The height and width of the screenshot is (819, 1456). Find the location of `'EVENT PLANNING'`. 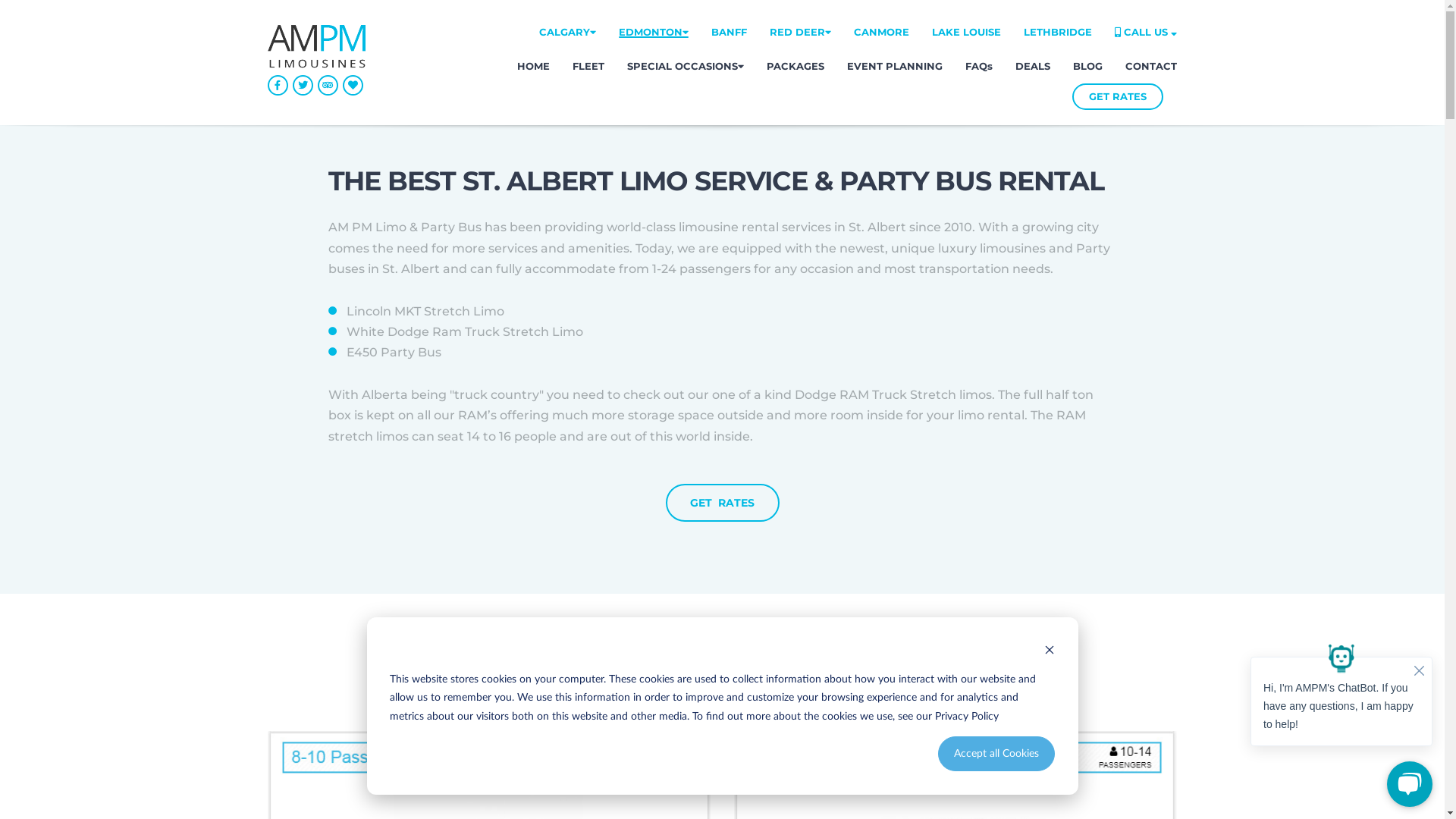

'EVENT PLANNING' is located at coordinates (895, 65).